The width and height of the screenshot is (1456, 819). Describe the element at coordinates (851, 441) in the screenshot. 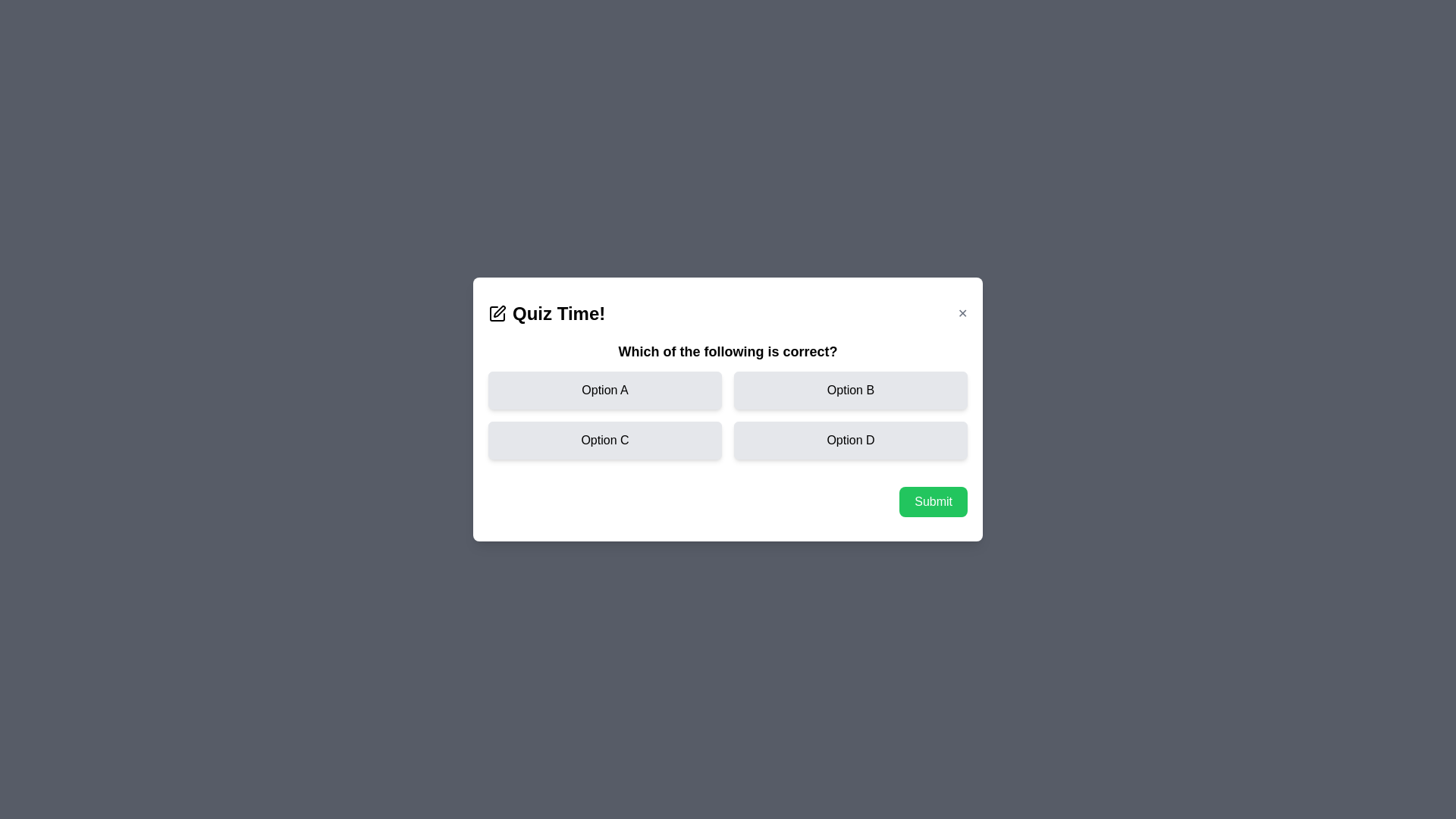

I see `the option Option D to select it` at that location.